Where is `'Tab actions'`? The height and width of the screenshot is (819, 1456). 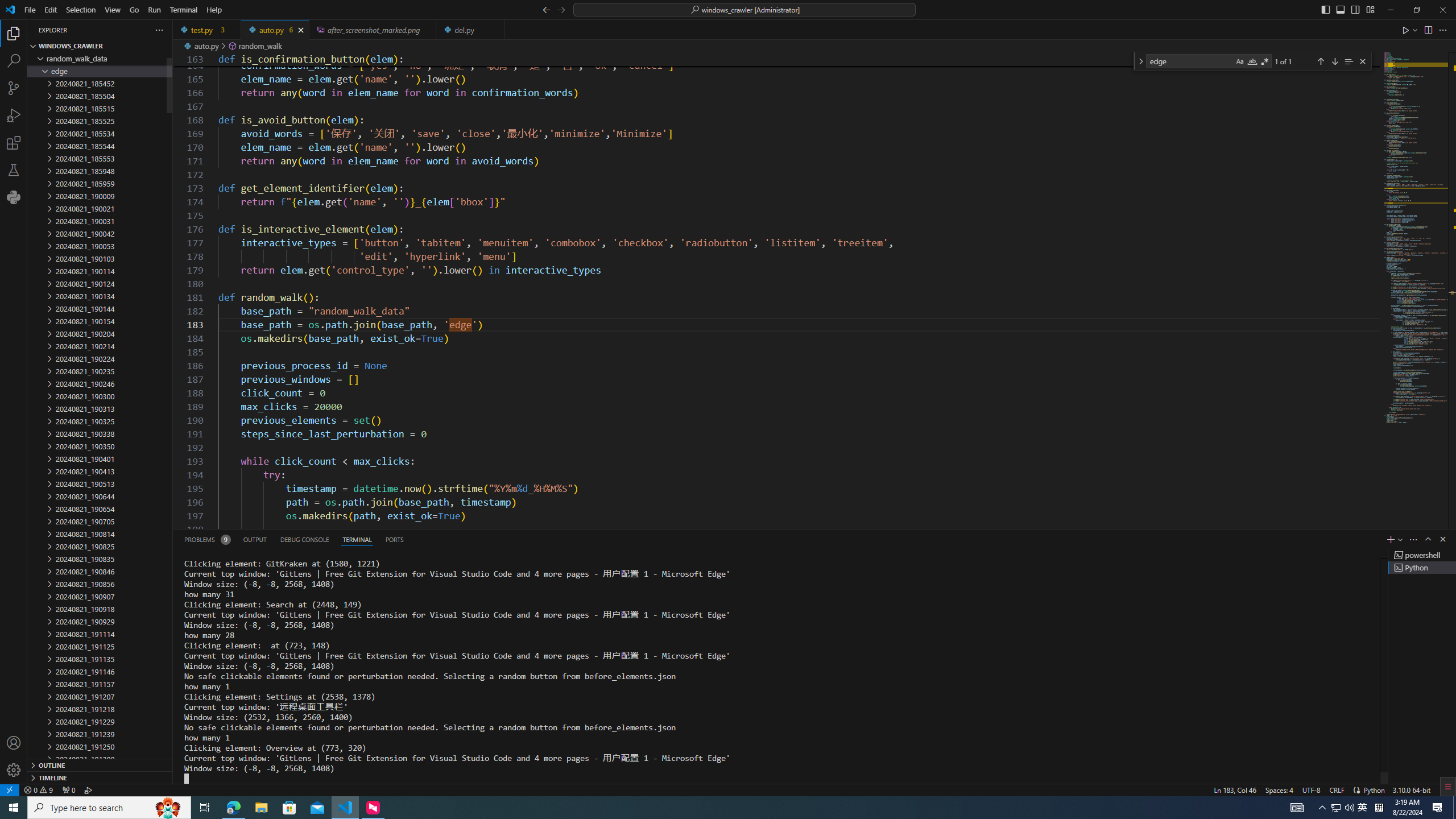 'Tab actions' is located at coordinates (495, 29).